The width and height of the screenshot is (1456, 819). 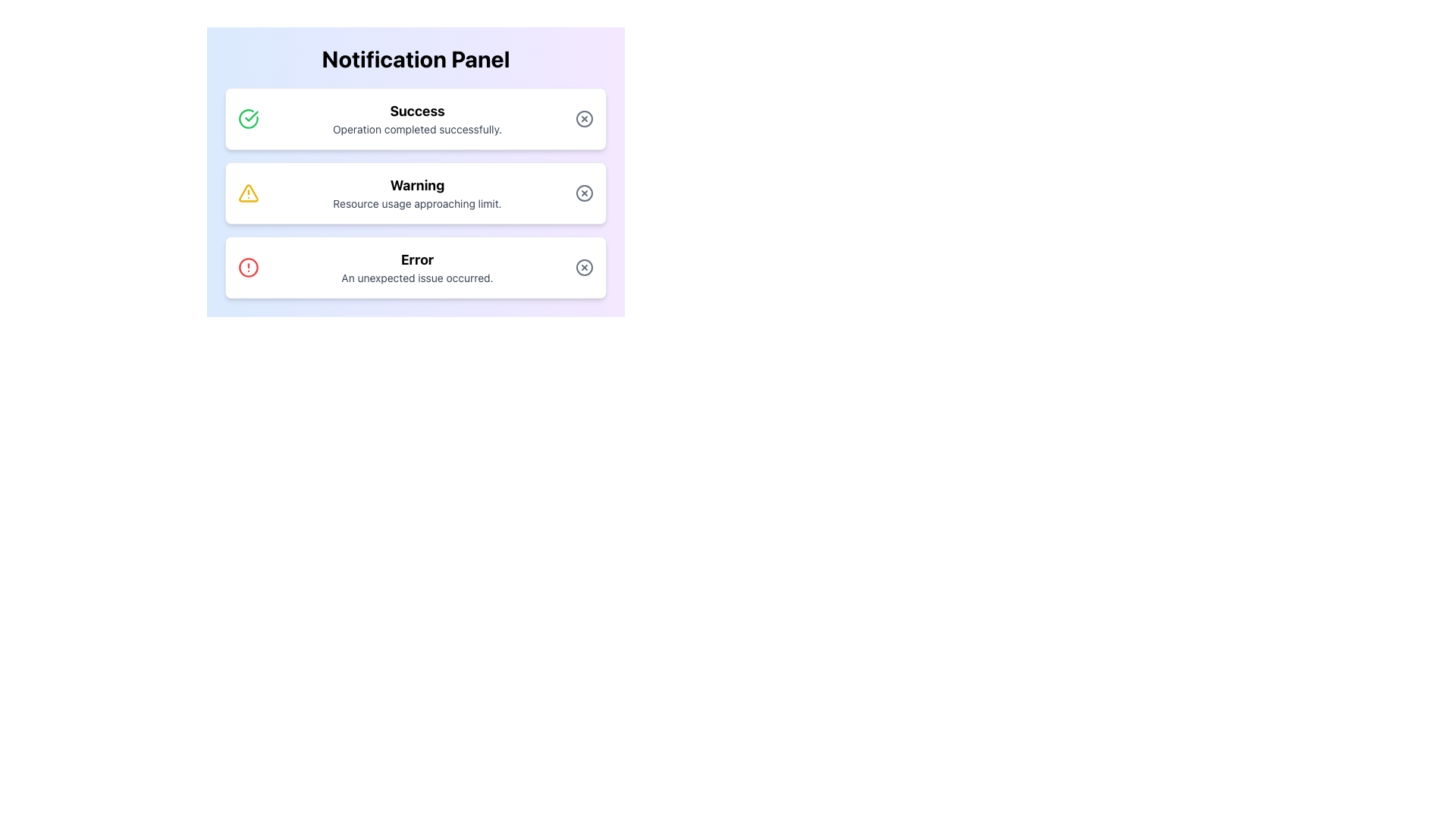 What do you see at coordinates (417, 185) in the screenshot?
I see `text from the 'Warning' Text Label, which serves as the title for a notification item located in the middle section of a notification panel` at bounding box center [417, 185].